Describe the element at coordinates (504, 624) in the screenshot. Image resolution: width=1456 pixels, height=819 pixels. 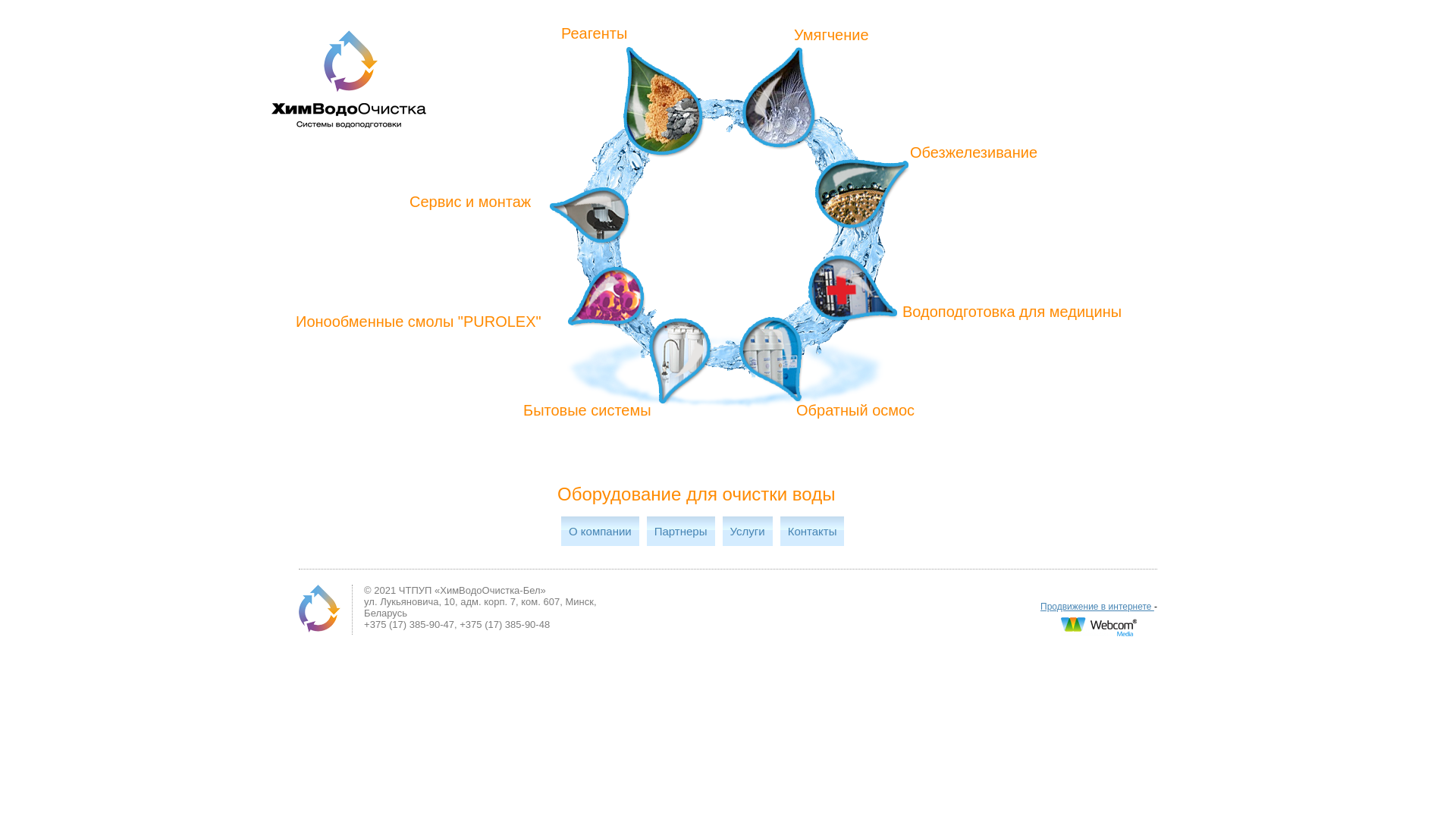
I see `'+375 (17) 385-90-48'` at that location.